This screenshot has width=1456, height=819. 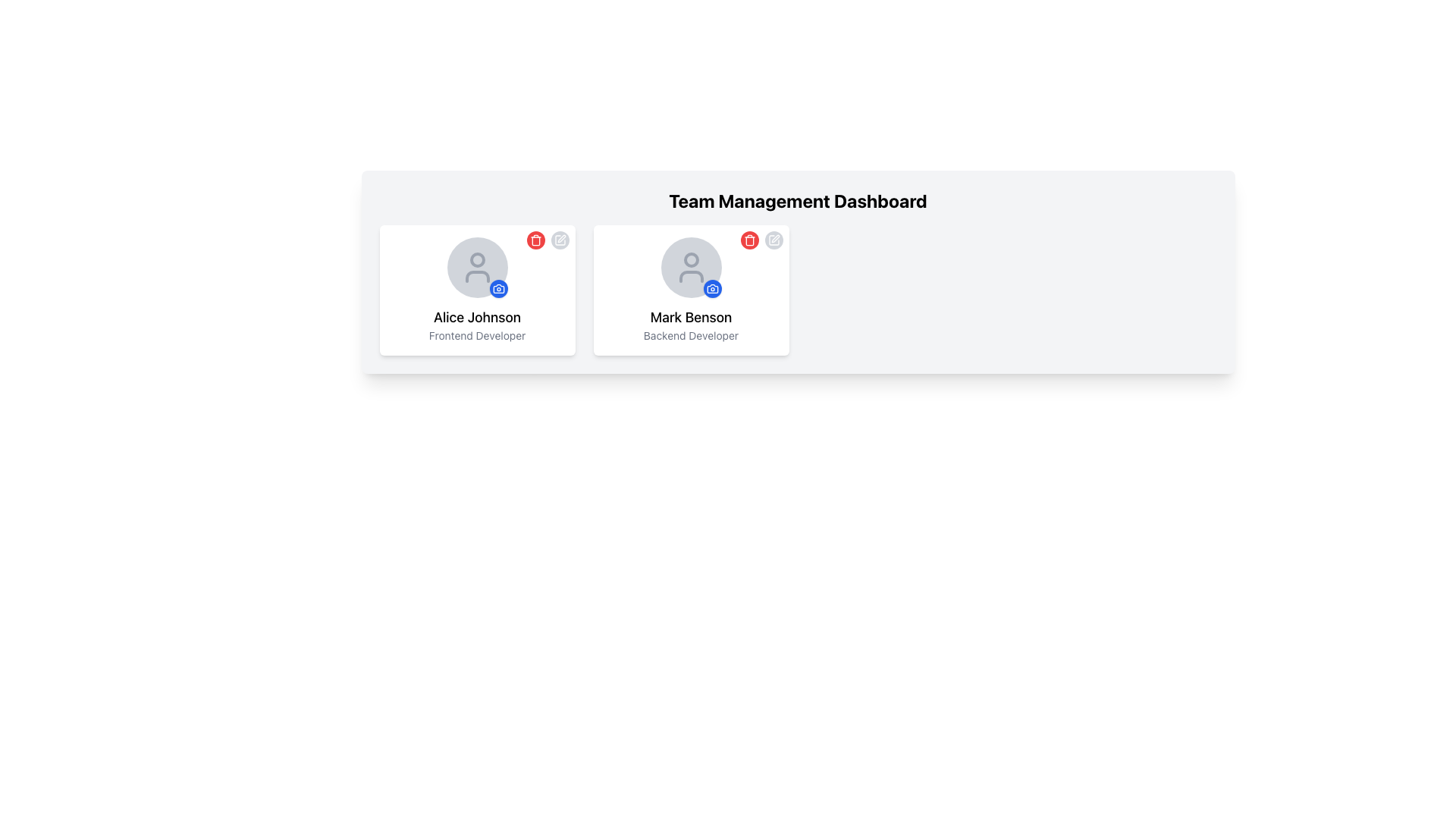 What do you see at coordinates (476, 267) in the screenshot?
I see `the camera icon on the Profile Picture Placeholder for user 'Alice Johnson' to upload a profile picture` at bounding box center [476, 267].